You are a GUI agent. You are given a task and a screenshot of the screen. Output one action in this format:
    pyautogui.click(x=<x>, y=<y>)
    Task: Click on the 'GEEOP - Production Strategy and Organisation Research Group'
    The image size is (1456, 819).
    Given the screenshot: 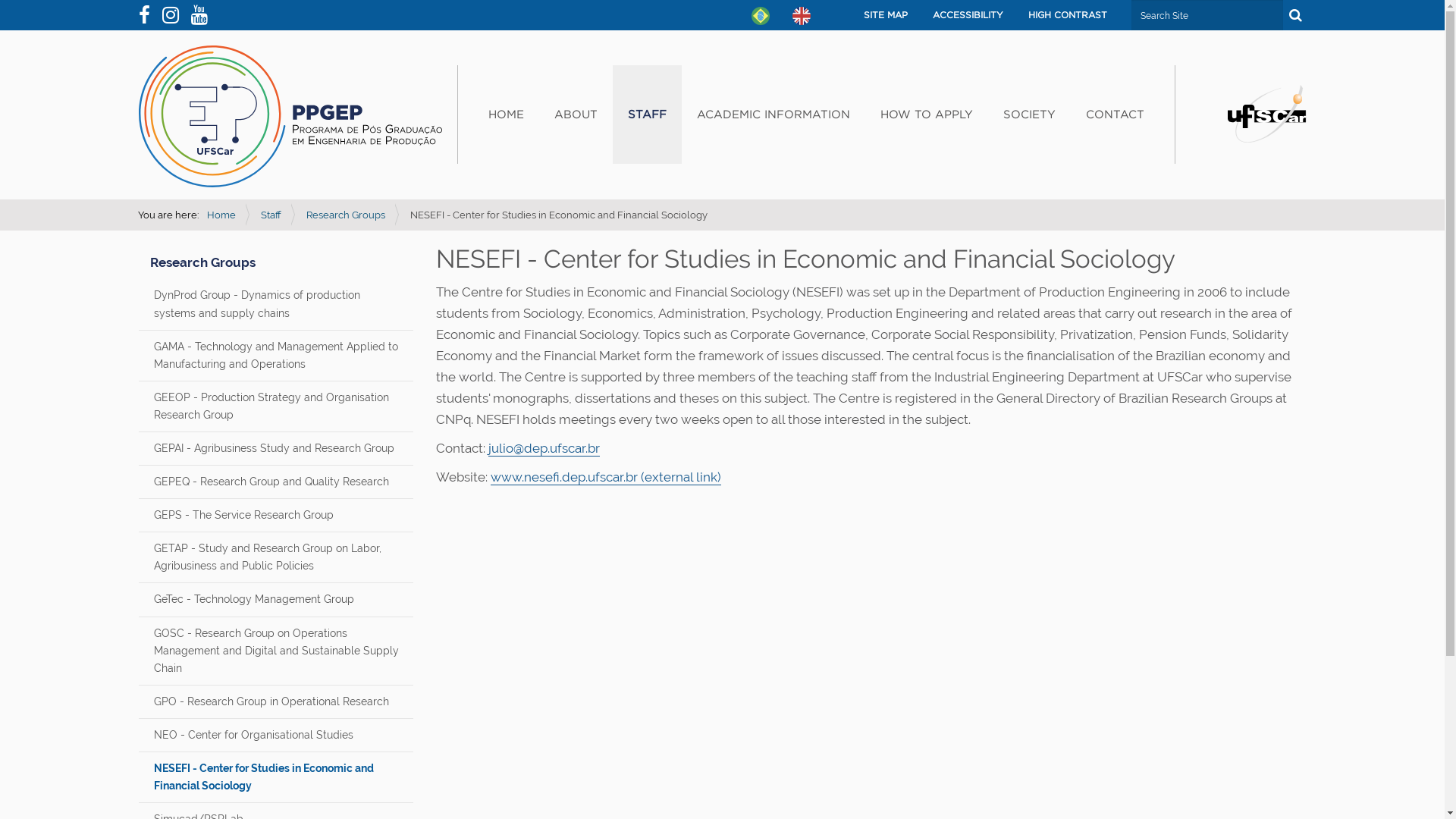 What is the action you would take?
    pyautogui.click(x=275, y=405)
    